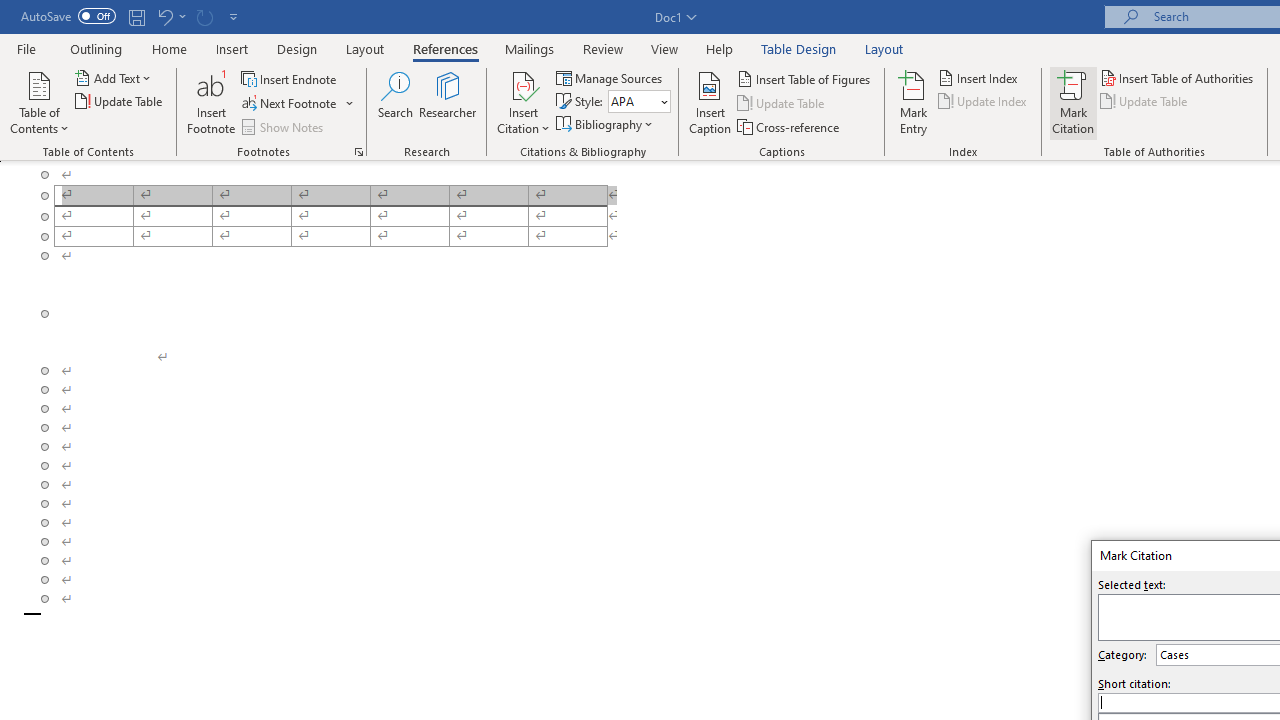 The width and height of the screenshot is (1280, 720). What do you see at coordinates (912, 103) in the screenshot?
I see `'Mark Entry...'` at bounding box center [912, 103].